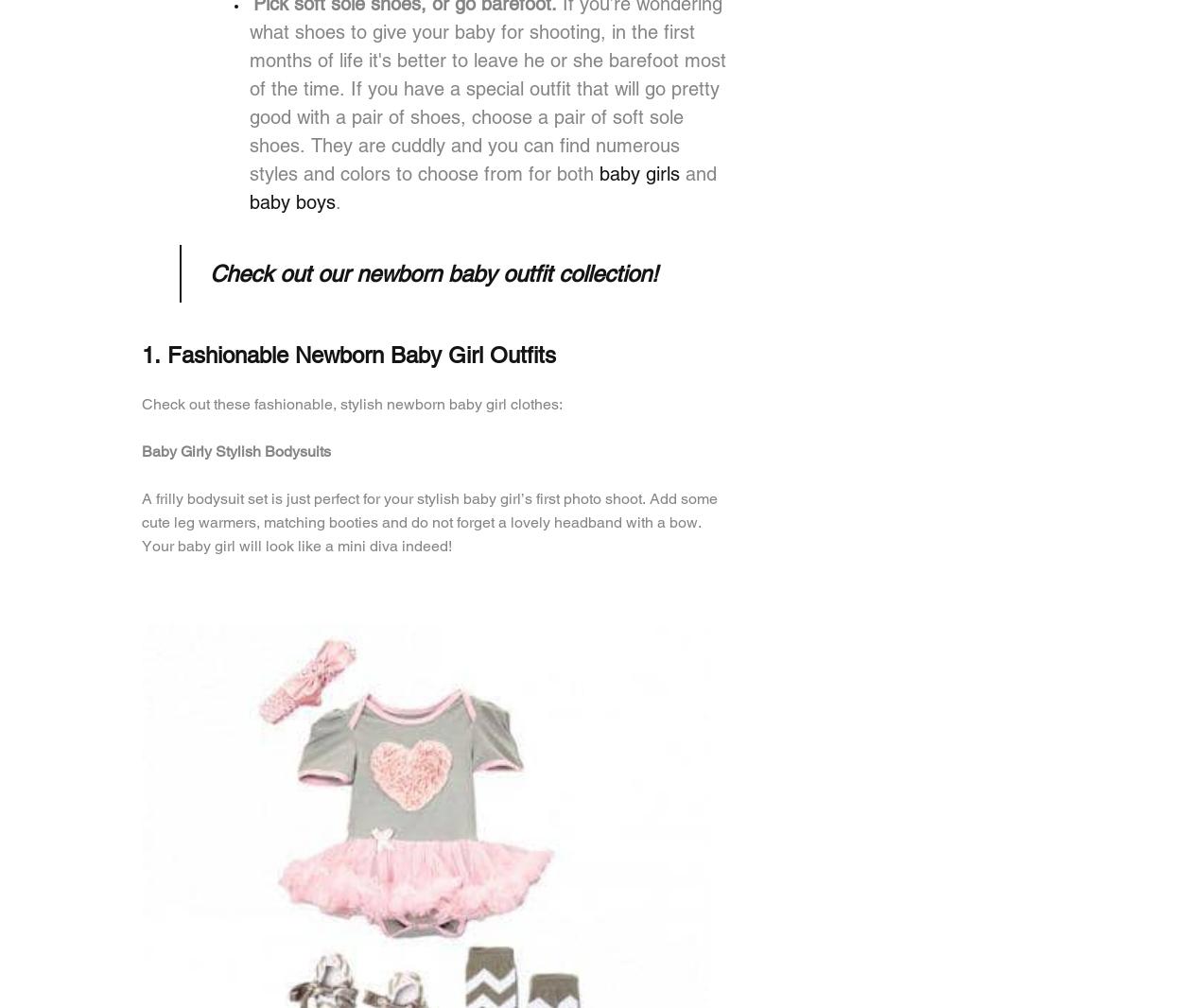 The width and height of the screenshot is (1182, 1008). What do you see at coordinates (504, 273) in the screenshot?
I see `'newborn baby outfit collection'` at bounding box center [504, 273].